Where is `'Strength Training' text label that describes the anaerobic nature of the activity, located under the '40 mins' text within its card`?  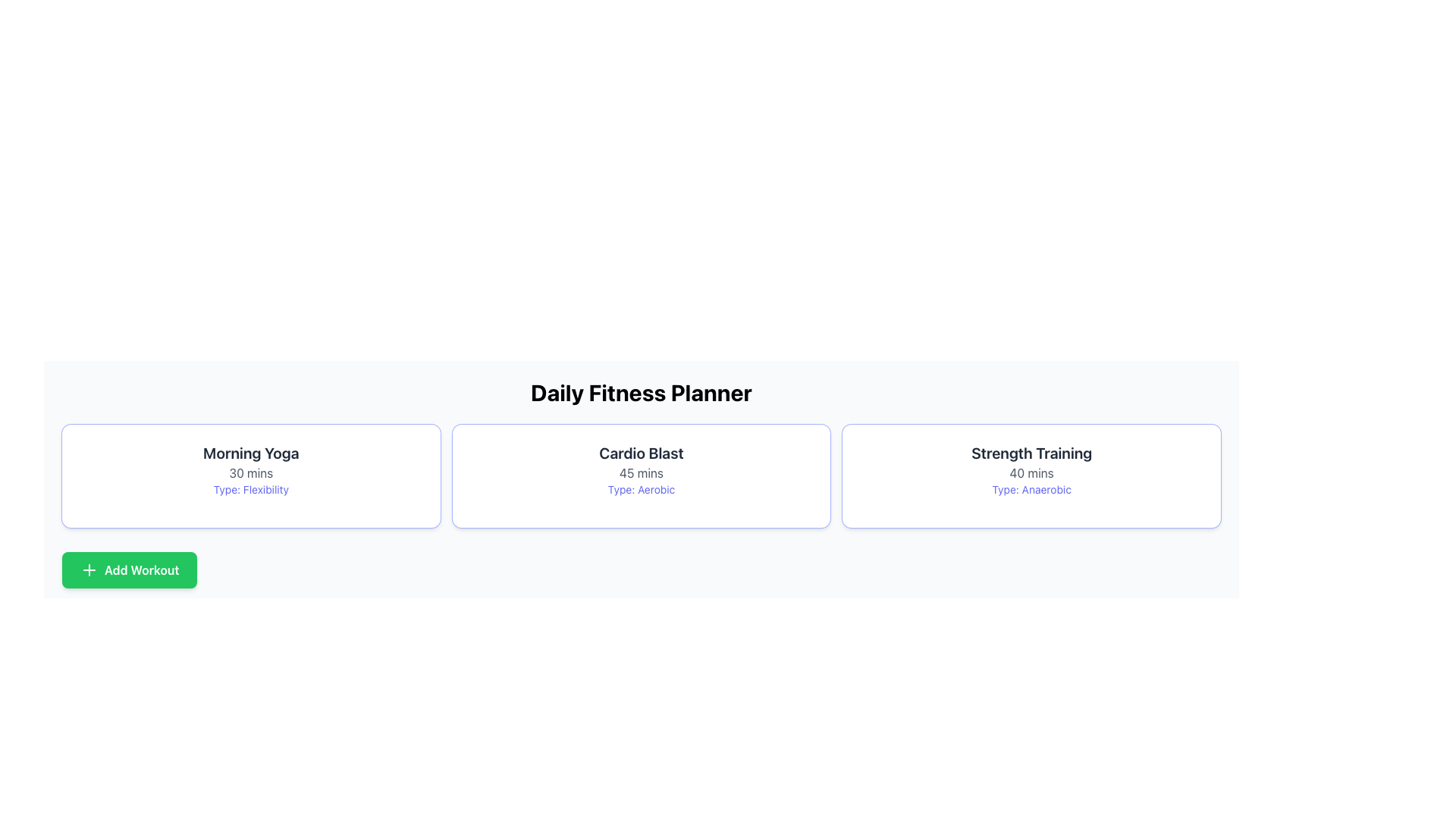 'Strength Training' text label that describes the anaerobic nature of the activity, located under the '40 mins' text within its card is located at coordinates (1031, 489).